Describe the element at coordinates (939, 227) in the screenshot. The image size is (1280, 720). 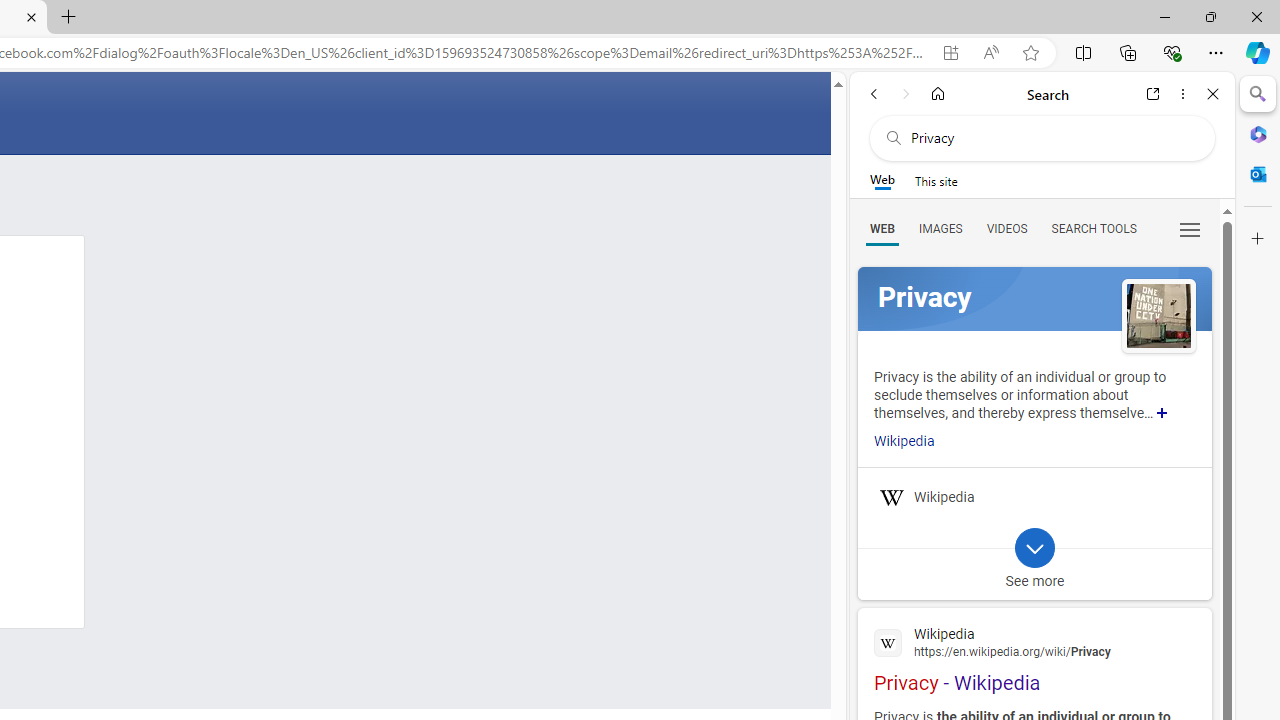
I see `'Search Filter, IMAGES'` at that location.